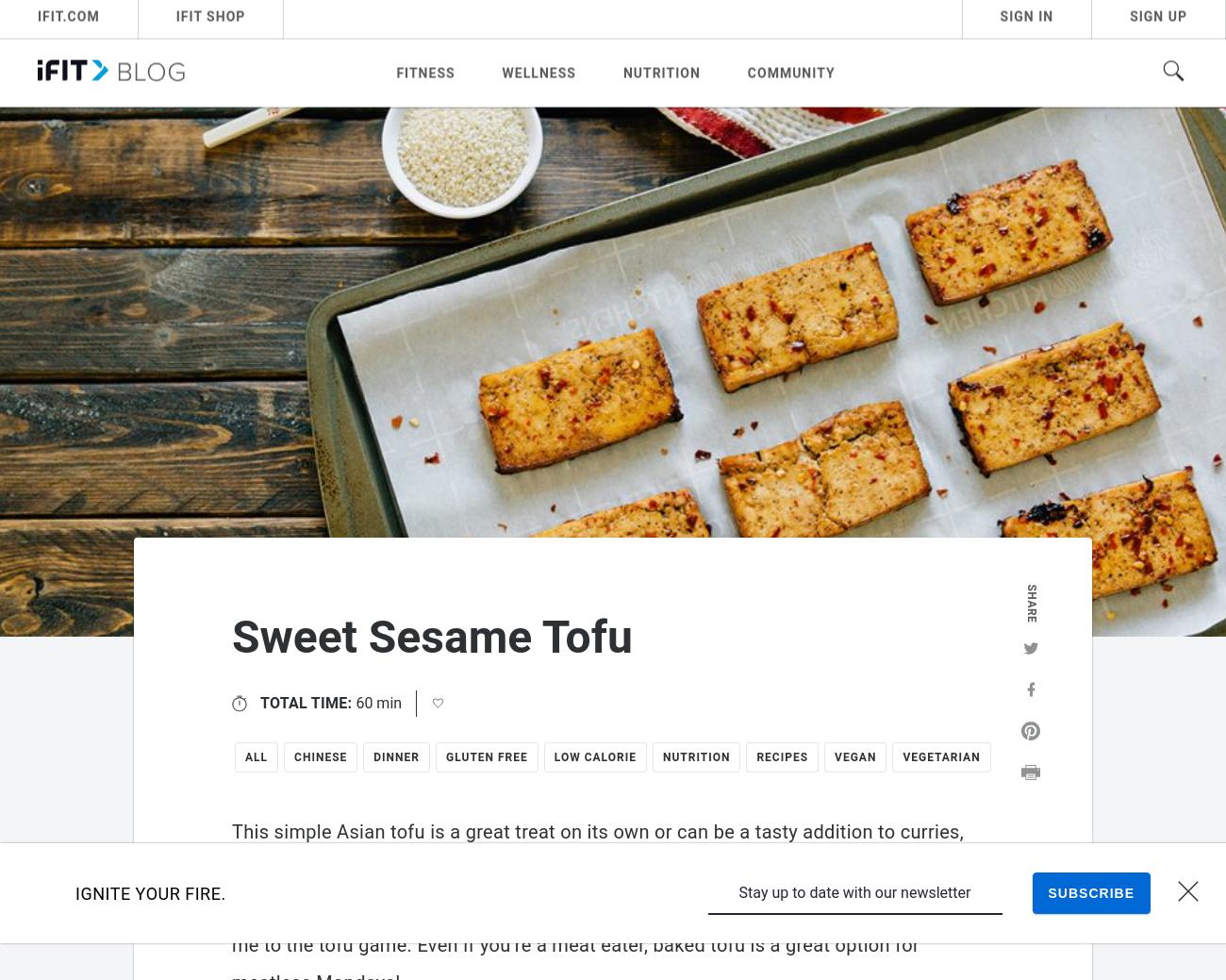 This screenshot has height=980, width=1226. What do you see at coordinates (486, 756) in the screenshot?
I see `'Gluten Free'` at bounding box center [486, 756].